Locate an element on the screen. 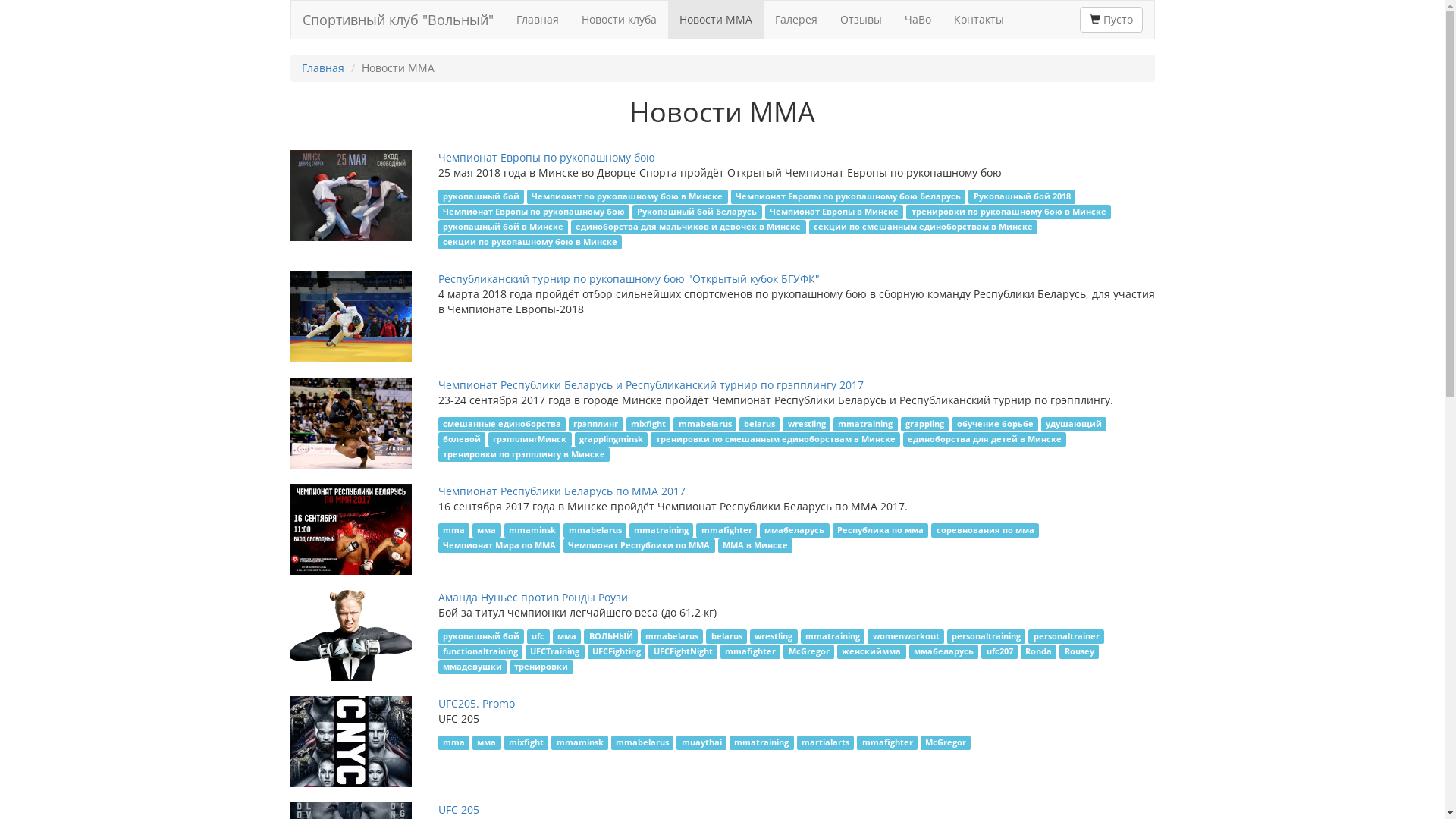 This screenshot has width=1456, height=819. 'functionaltraining' is located at coordinates (479, 651).